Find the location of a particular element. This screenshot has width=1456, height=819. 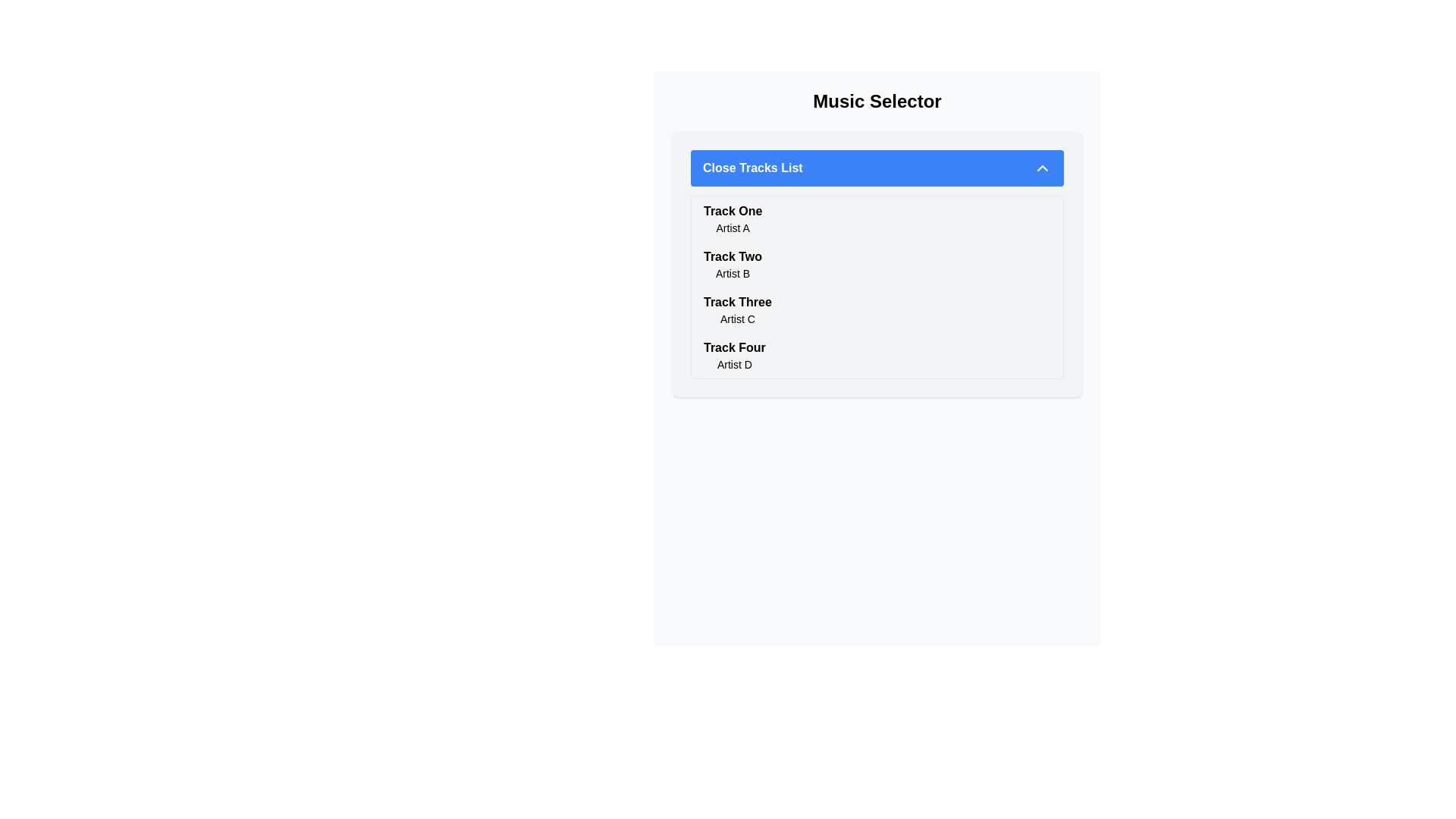

the second list item in the 'Close Tracks List' collapsible panel, which displays information about a track and its artist is located at coordinates (877, 263).